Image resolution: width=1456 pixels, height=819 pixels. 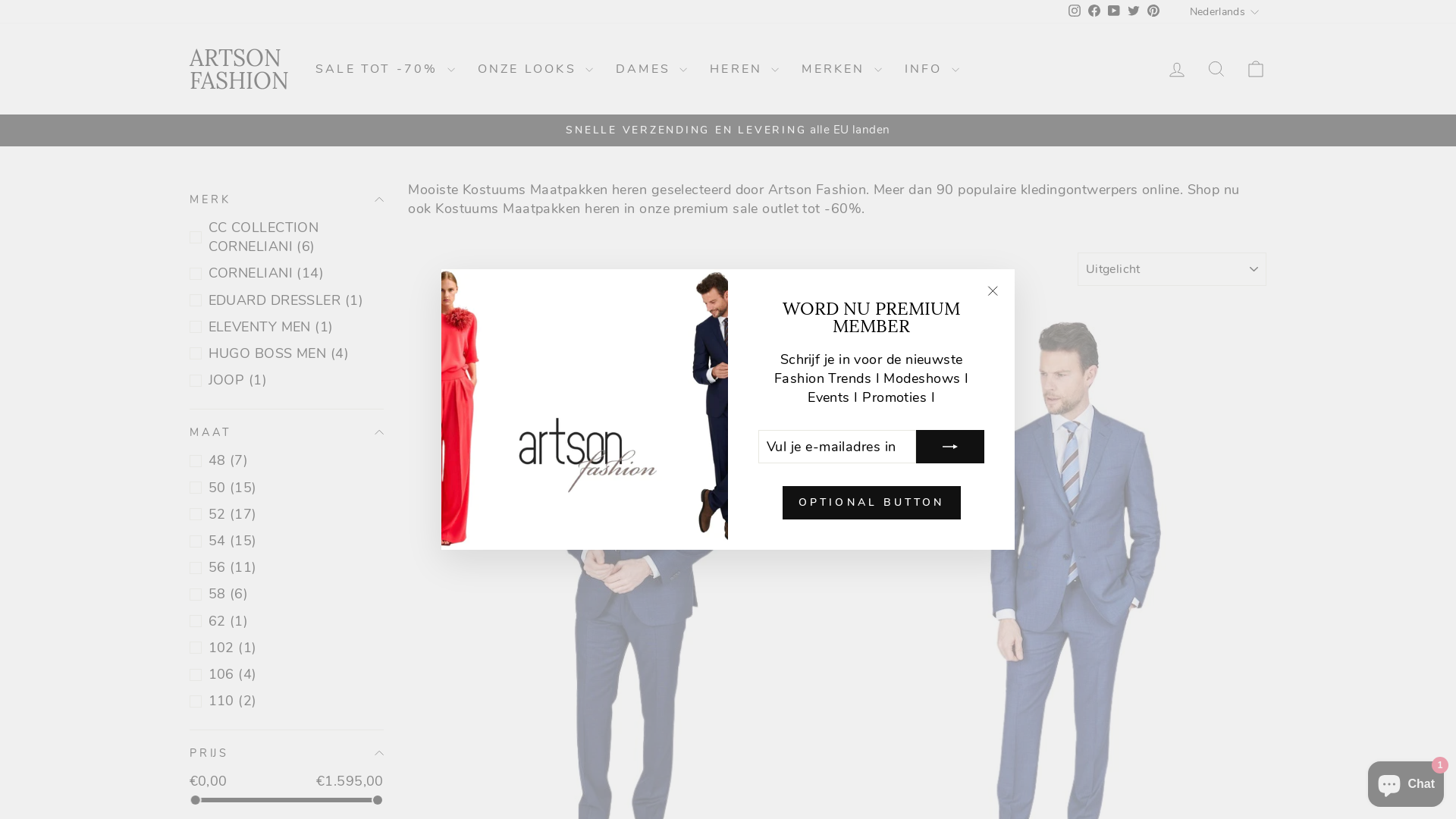 What do you see at coordinates (1113, 11) in the screenshot?
I see `'YouTube'` at bounding box center [1113, 11].